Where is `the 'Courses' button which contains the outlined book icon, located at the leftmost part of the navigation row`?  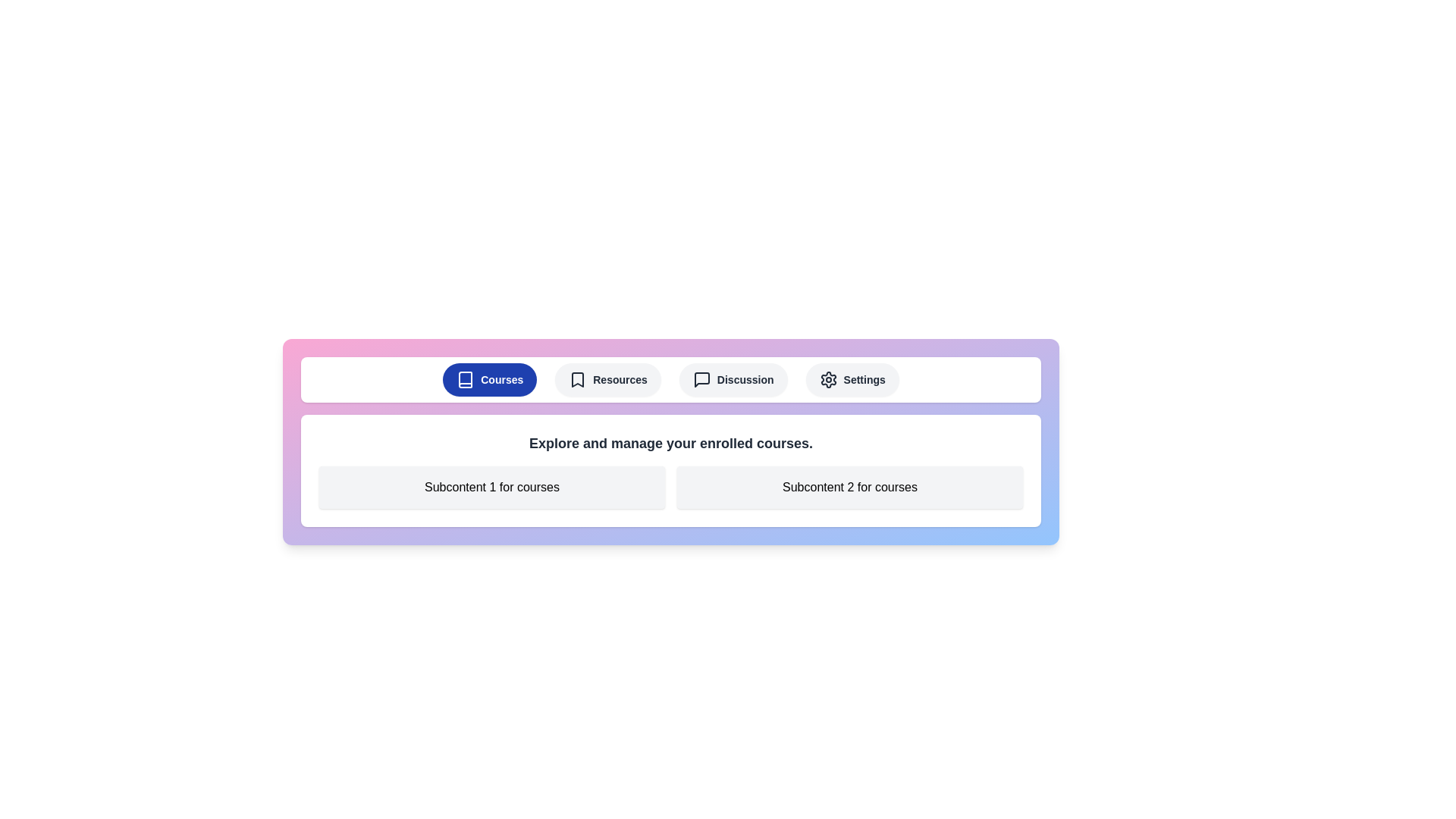
the 'Courses' button which contains the outlined book icon, located at the leftmost part of the navigation row is located at coordinates (465, 379).